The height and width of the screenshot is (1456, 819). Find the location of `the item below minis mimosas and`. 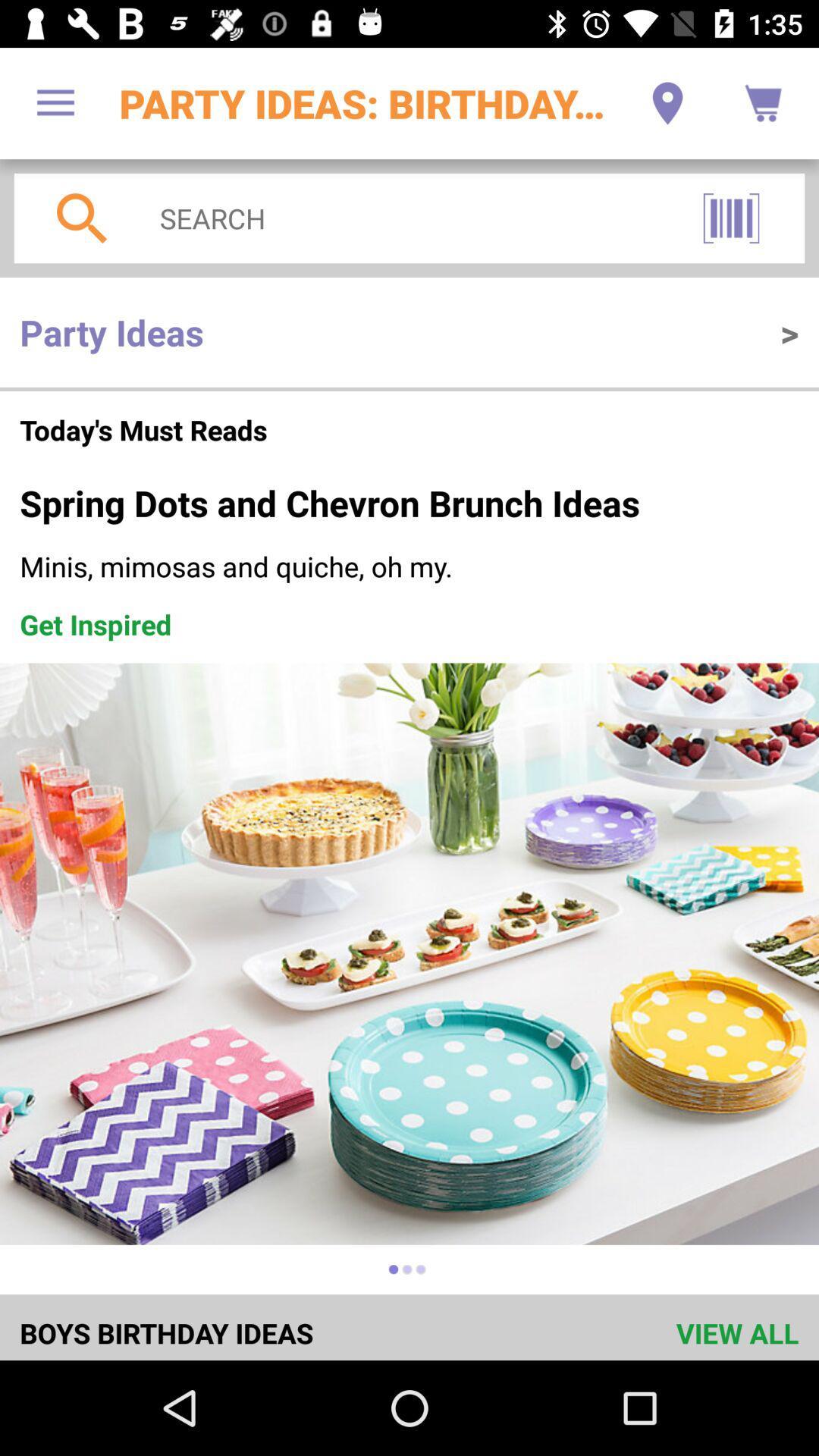

the item below minis mimosas and is located at coordinates (96, 624).